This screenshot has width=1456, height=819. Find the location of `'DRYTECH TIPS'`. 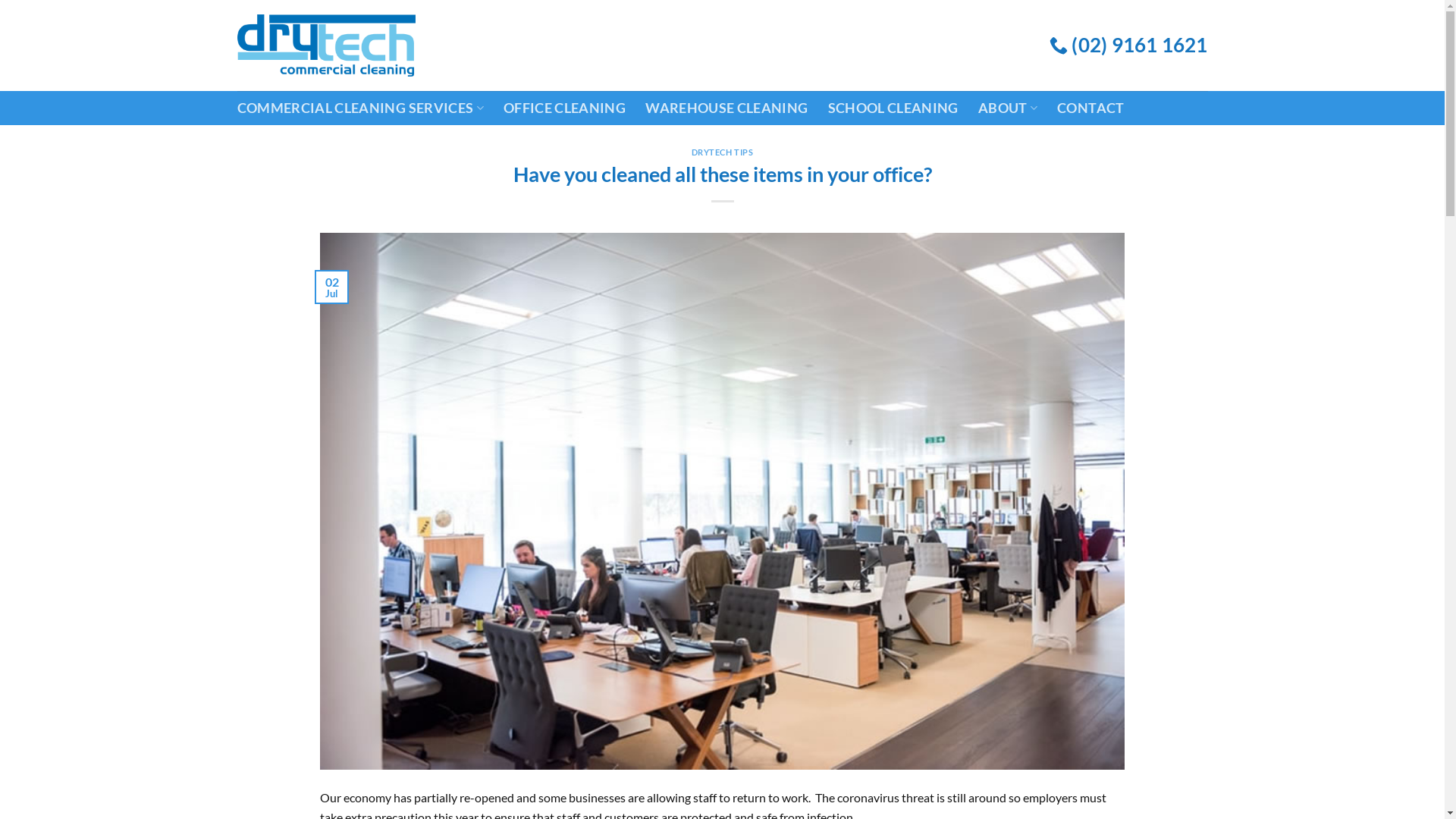

'DRYTECH TIPS' is located at coordinates (722, 152).